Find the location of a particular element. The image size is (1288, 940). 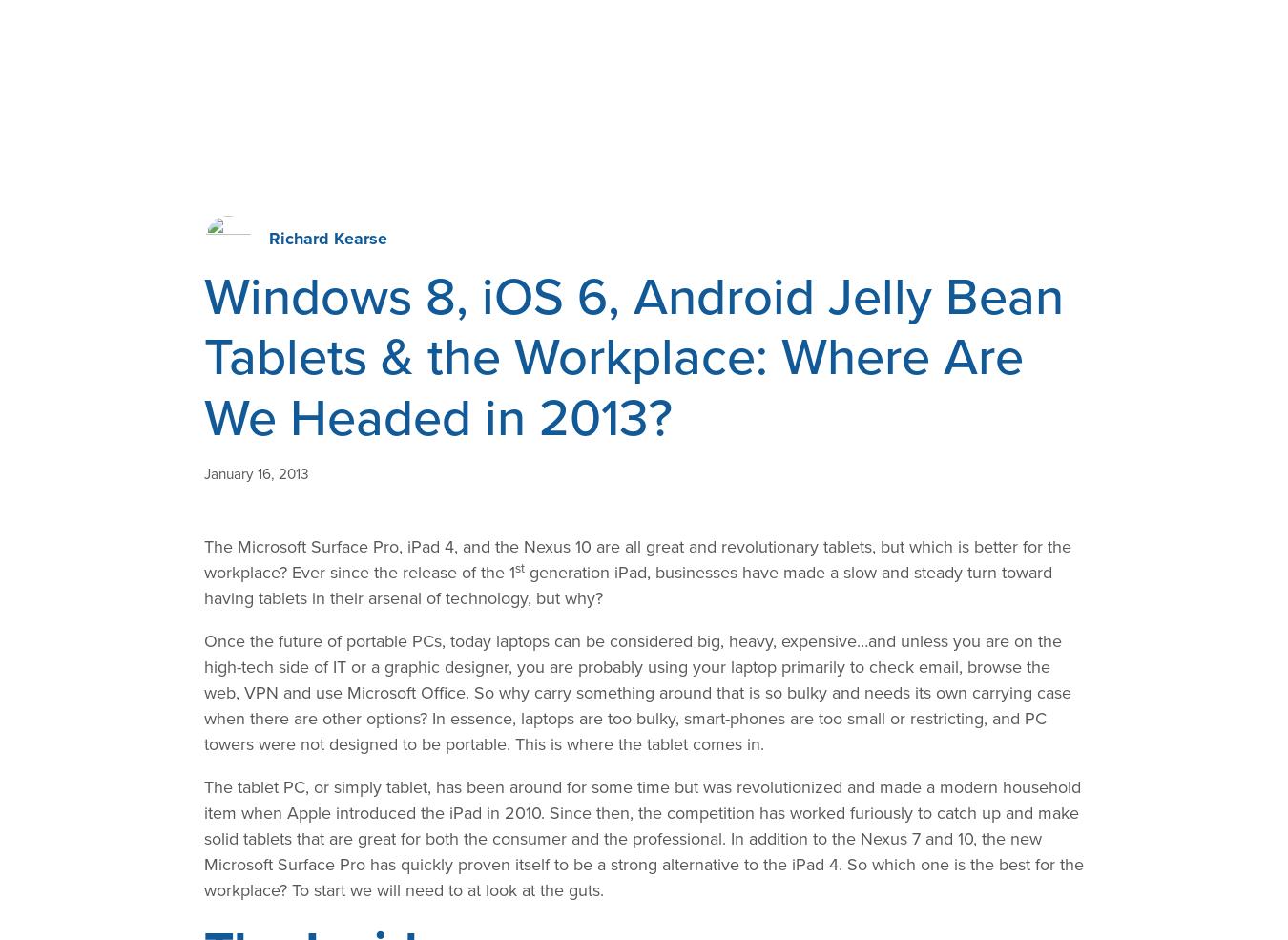

'Industries' is located at coordinates (496, 42).